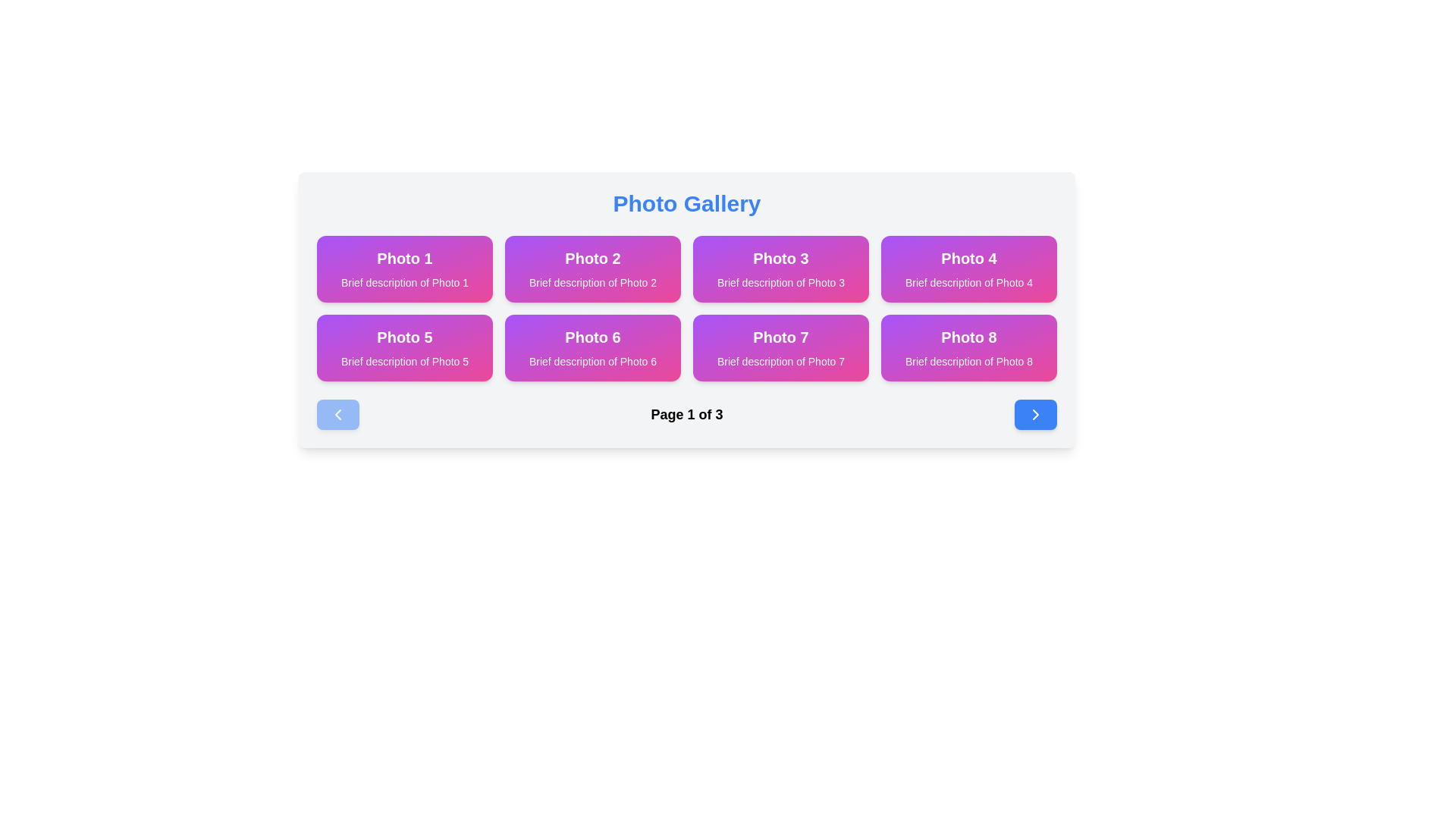 The width and height of the screenshot is (1456, 819). Describe the element at coordinates (592, 257) in the screenshot. I see `the text label that displays 'Photo 2' in bold, large font, located within the second card of the top row in a two-row grid of cards beneath the 'Photo Gallery' heading` at that location.